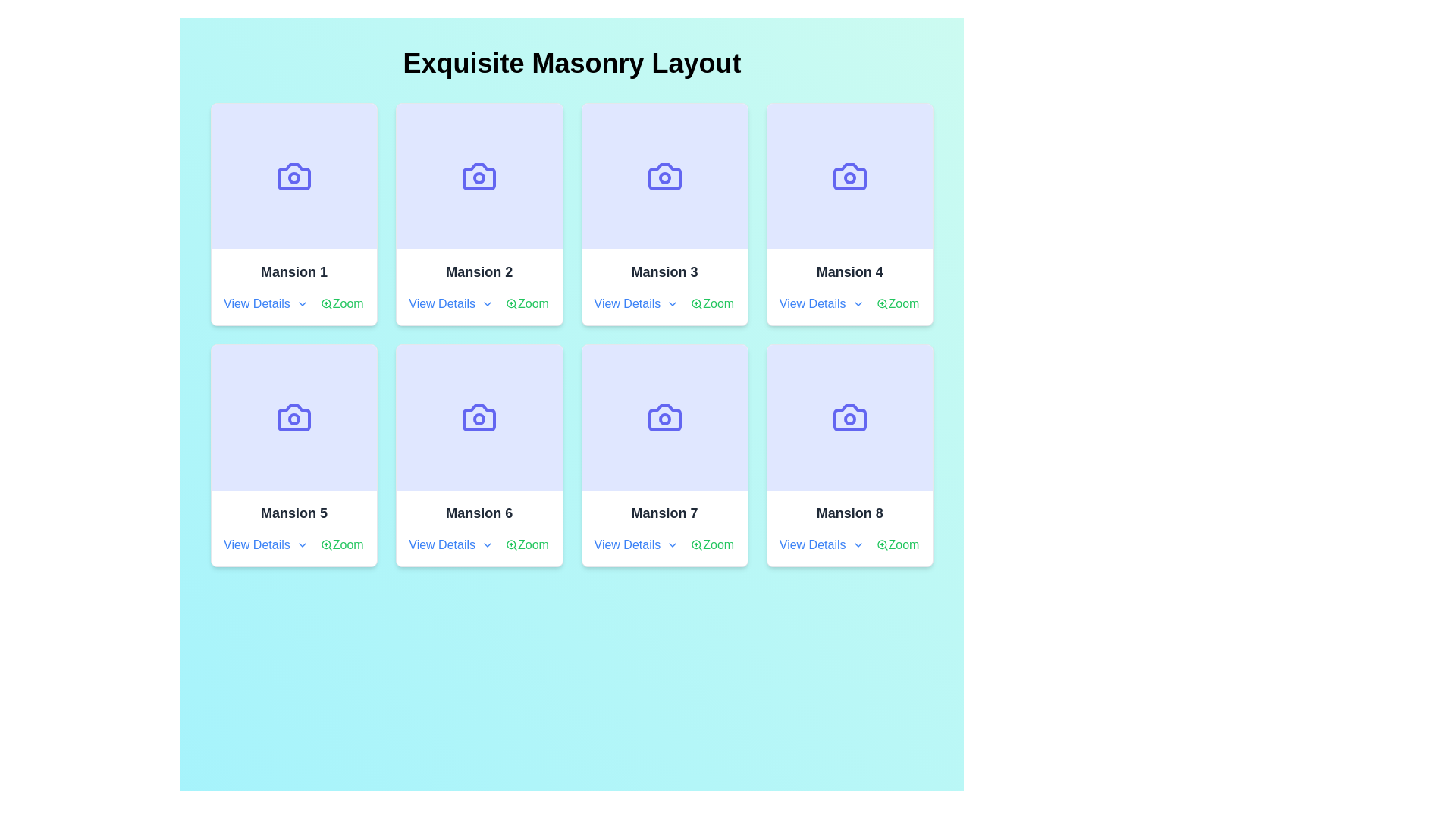  Describe the element at coordinates (849, 175) in the screenshot. I see `the decorative camera icon located within the 'Mansion 4' card in the second row, fourth column of the grid layout` at that location.